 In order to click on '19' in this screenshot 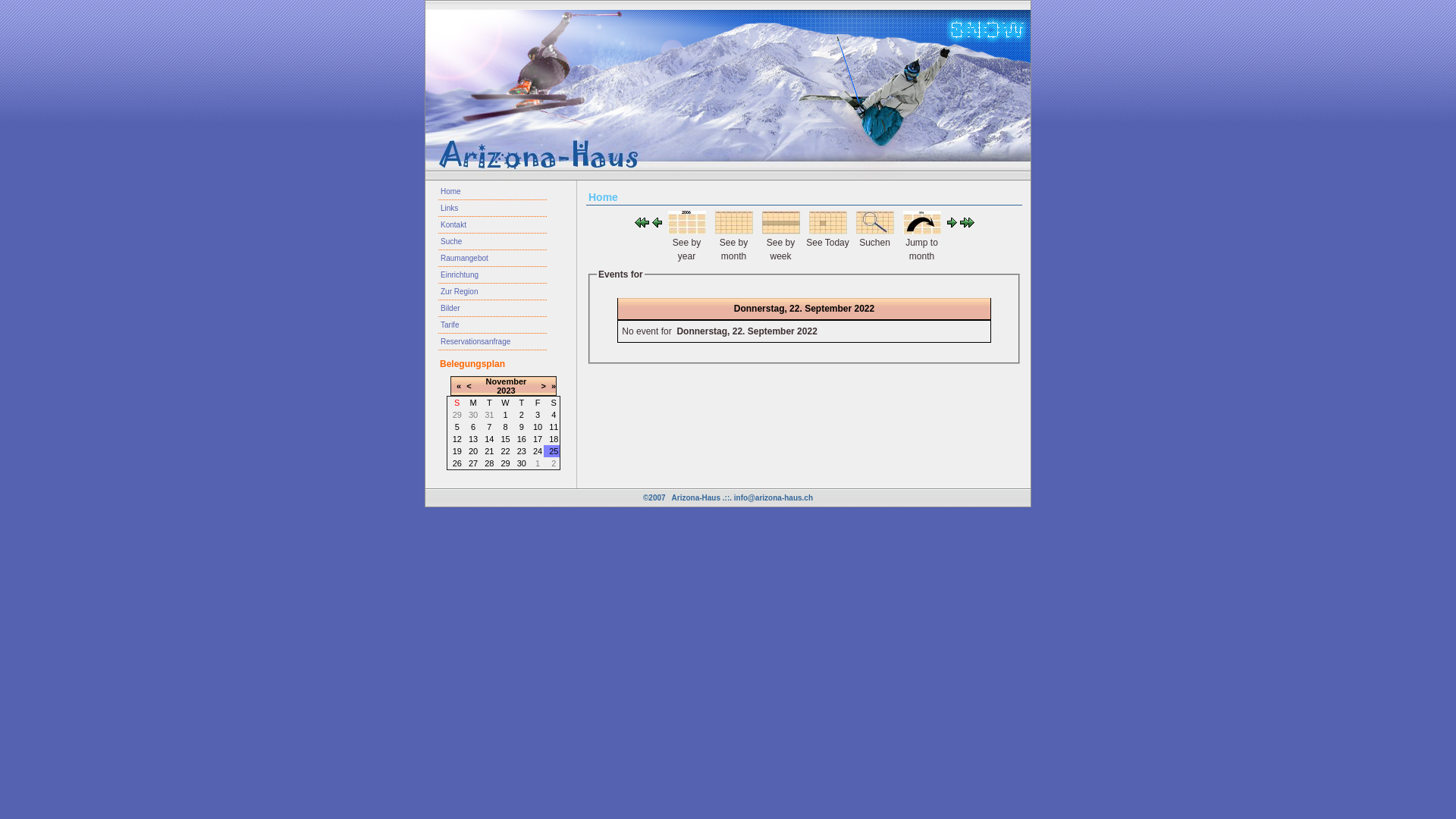, I will do `click(451, 450)`.